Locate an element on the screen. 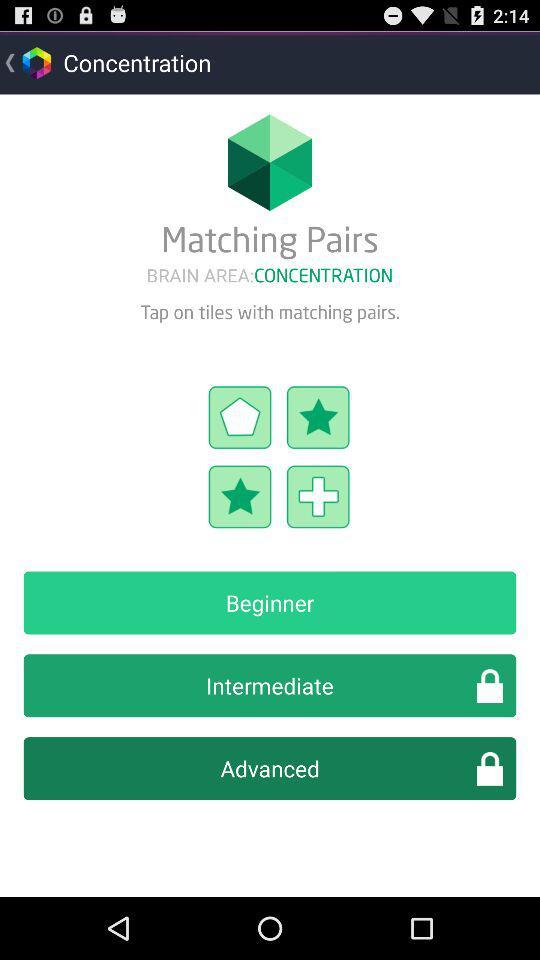 The height and width of the screenshot is (960, 540). beginner is located at coordinates (270, 601).